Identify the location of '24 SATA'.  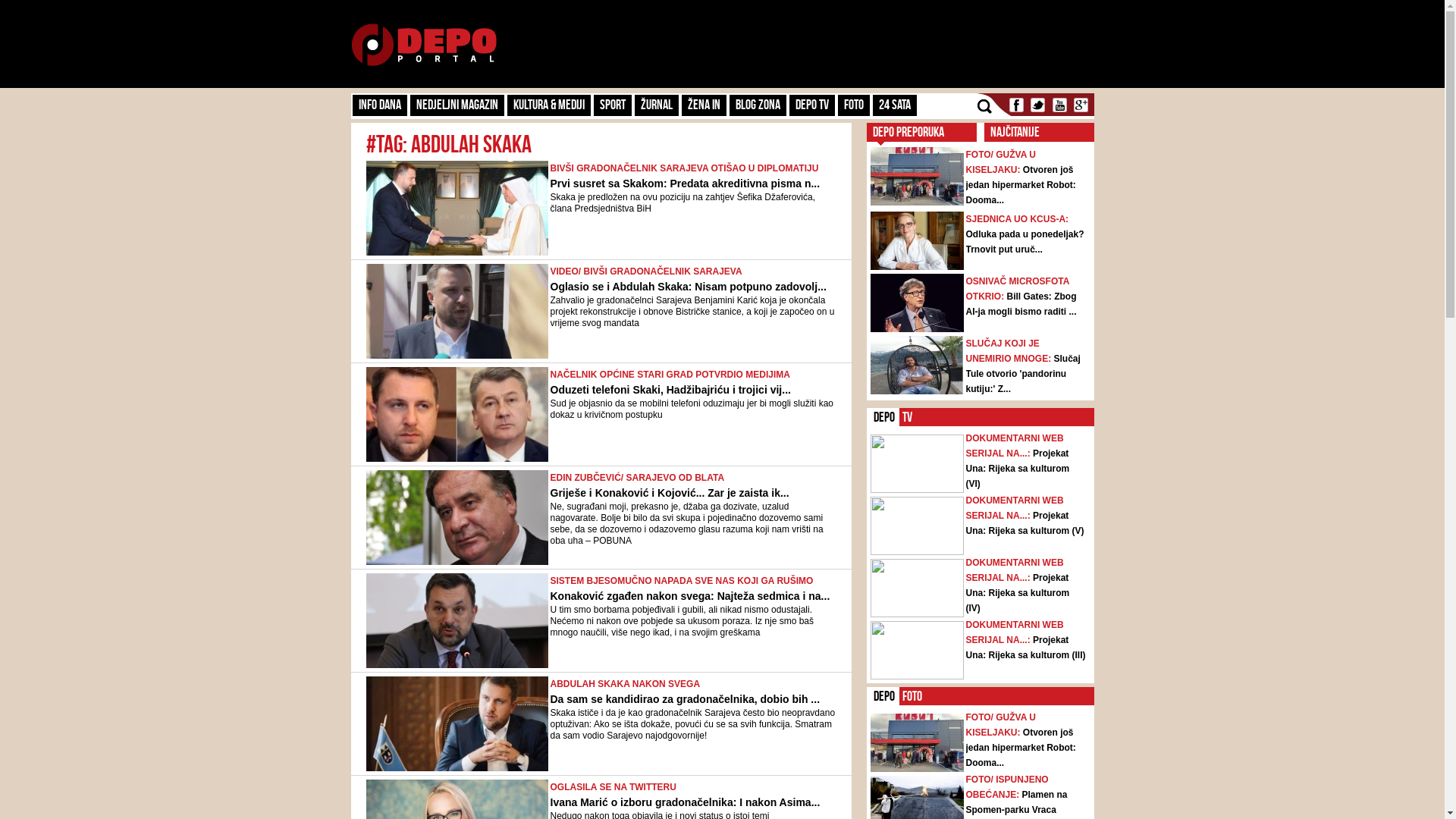
(894, 104).